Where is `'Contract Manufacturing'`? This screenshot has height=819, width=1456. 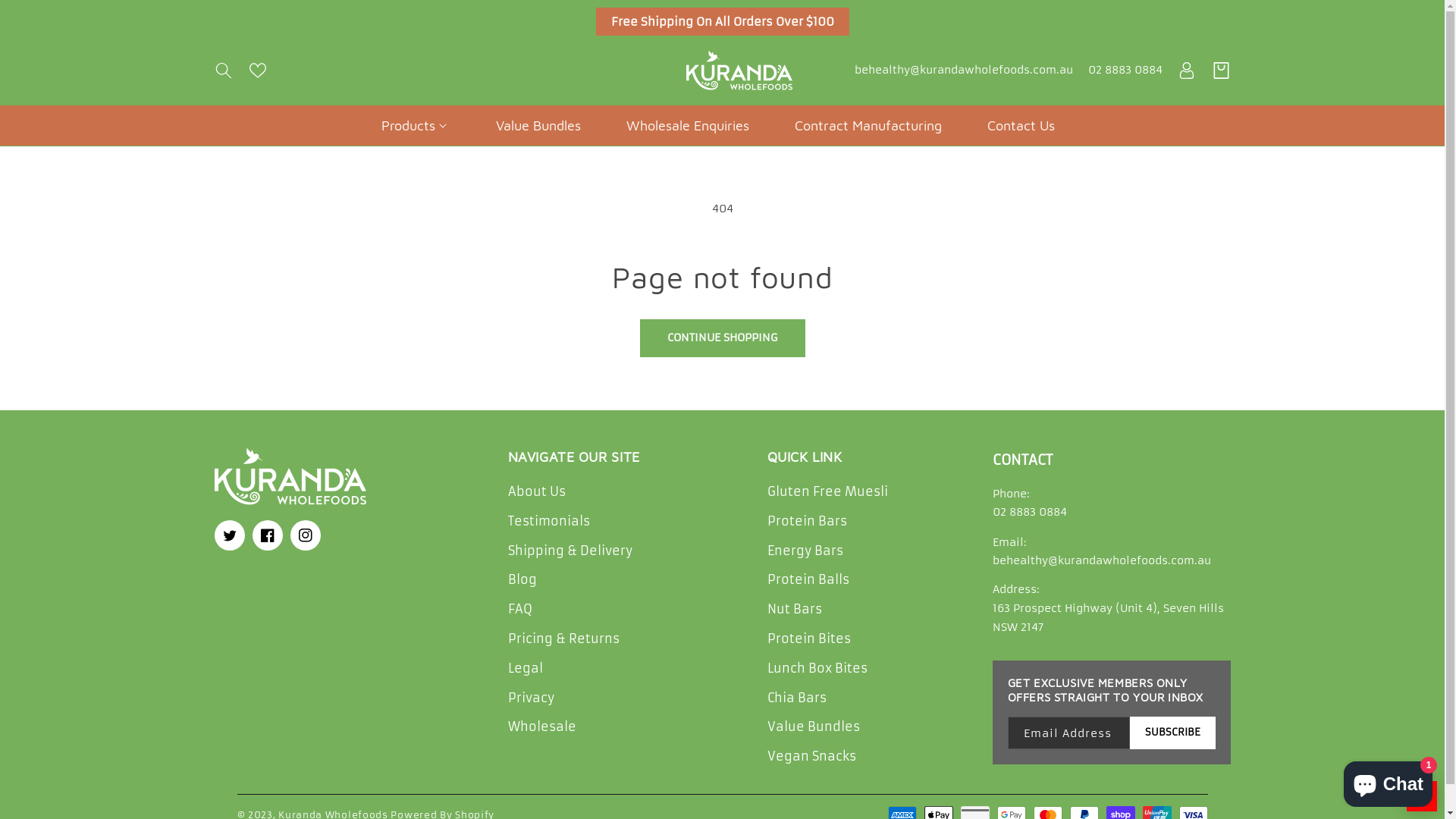 'Contract Manufacturing' is located at coordinates (868, 124).